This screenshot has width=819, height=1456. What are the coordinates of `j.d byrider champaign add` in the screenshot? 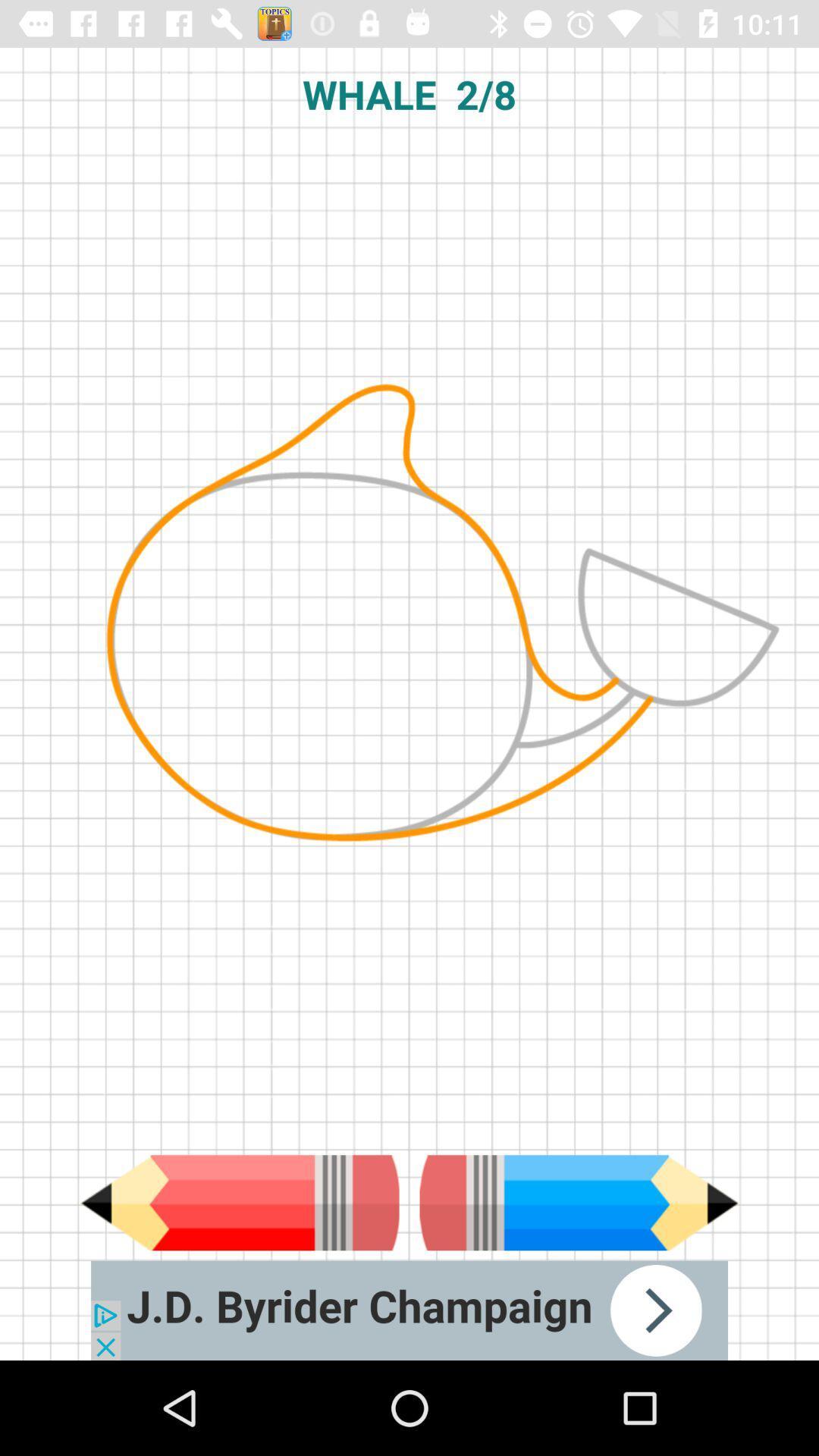 It's located at (409, 1310).